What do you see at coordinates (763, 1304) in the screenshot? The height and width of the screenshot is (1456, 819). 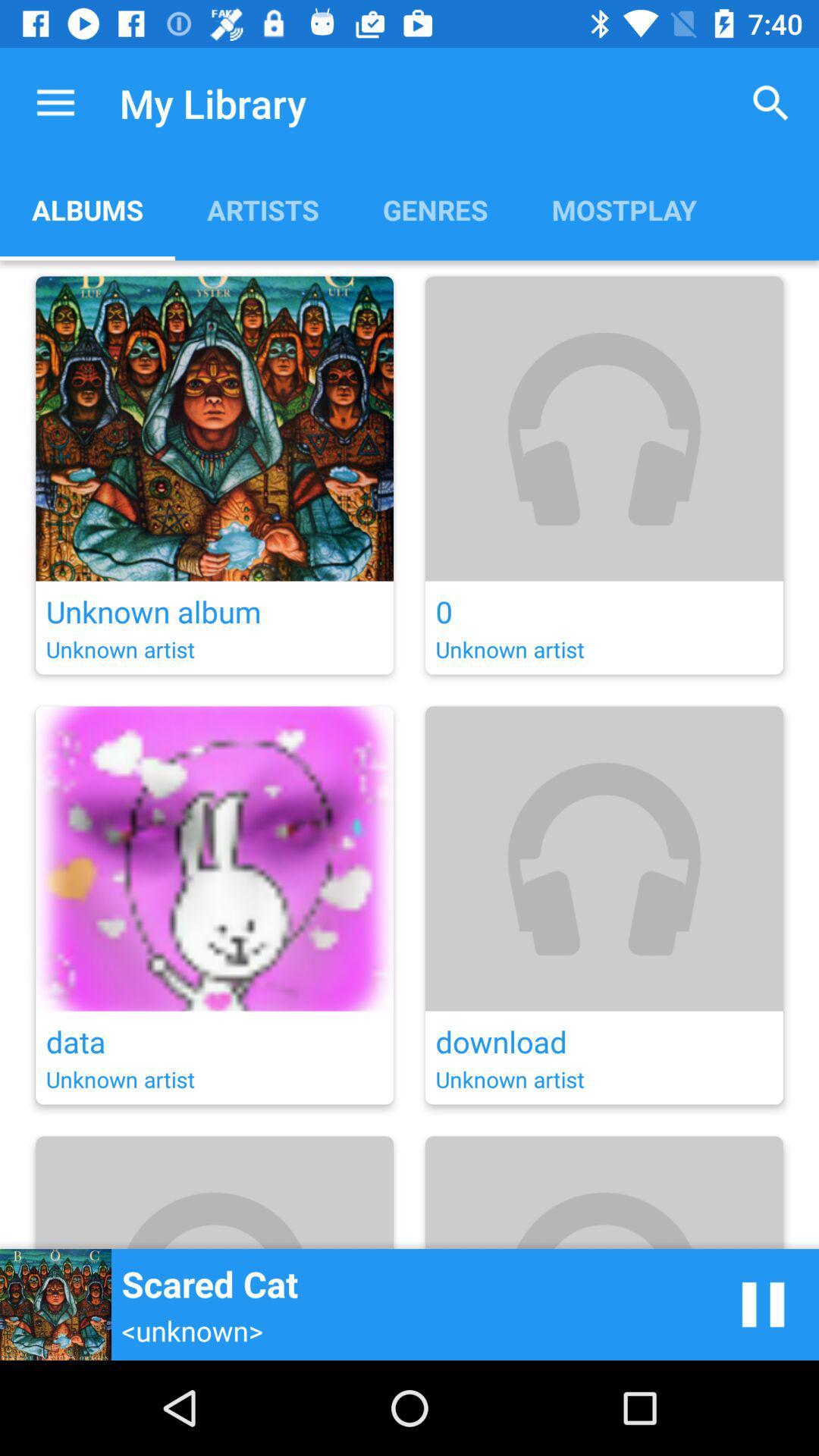 I see `pause music` at bounding box center [763, 1304].